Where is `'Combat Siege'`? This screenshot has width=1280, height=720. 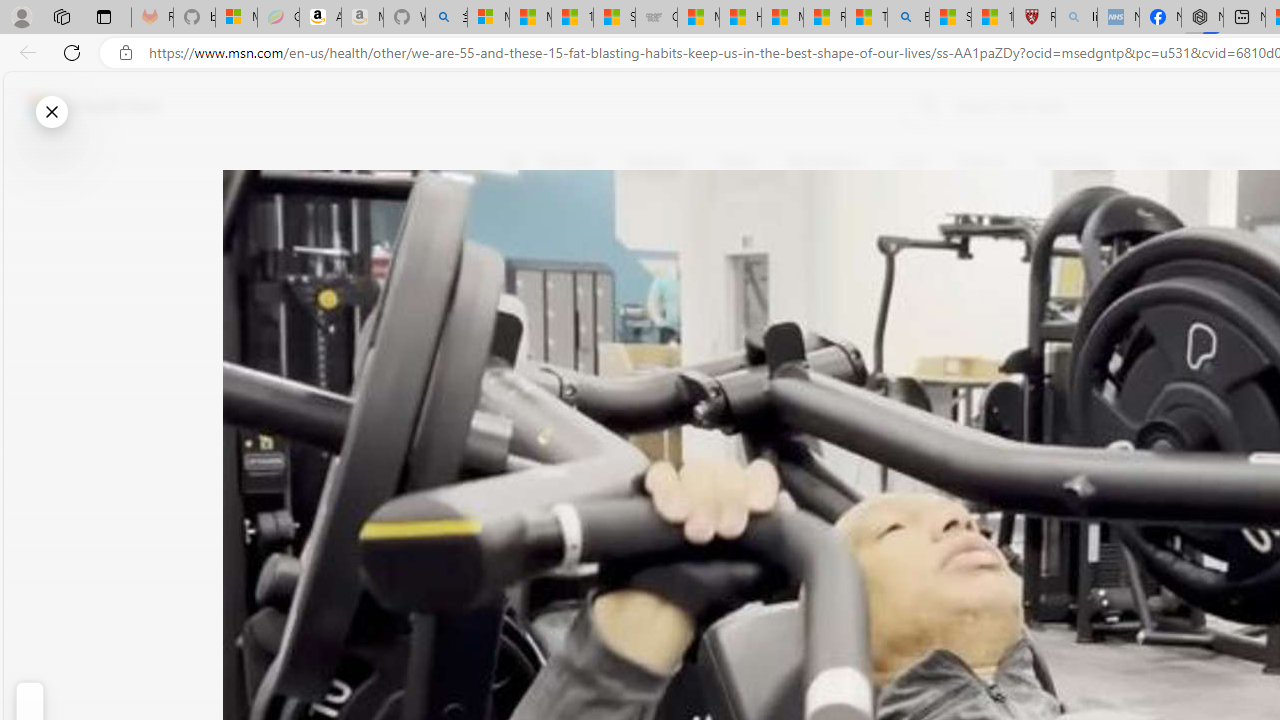 'Combat Siege' is located at coordinates (656, 17).